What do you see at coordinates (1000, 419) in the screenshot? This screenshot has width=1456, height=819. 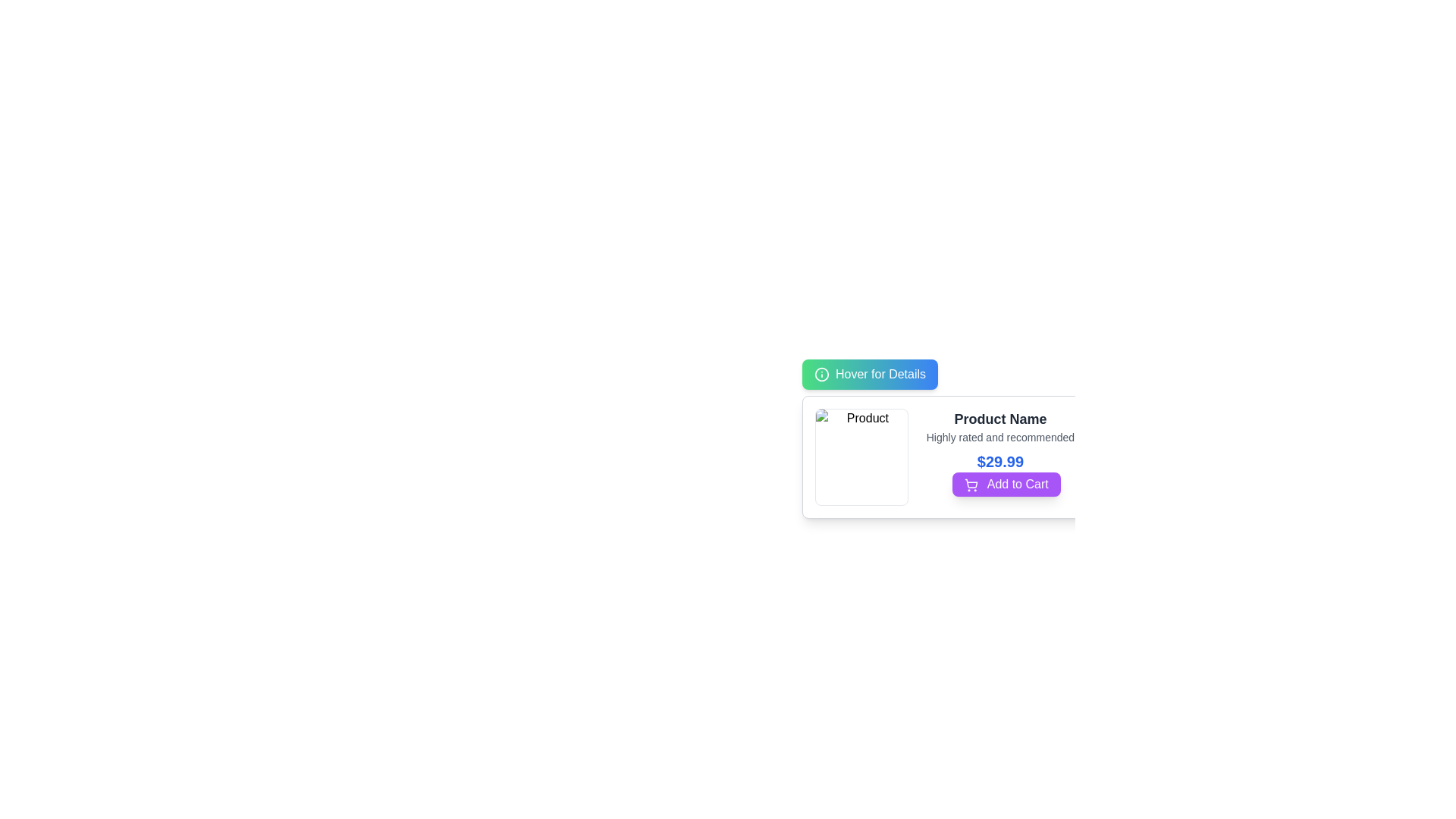 I see `the text element styled with a bold font displaying 'Product Name', located in the upper section of the product card` at bounding box center [1000, 419].